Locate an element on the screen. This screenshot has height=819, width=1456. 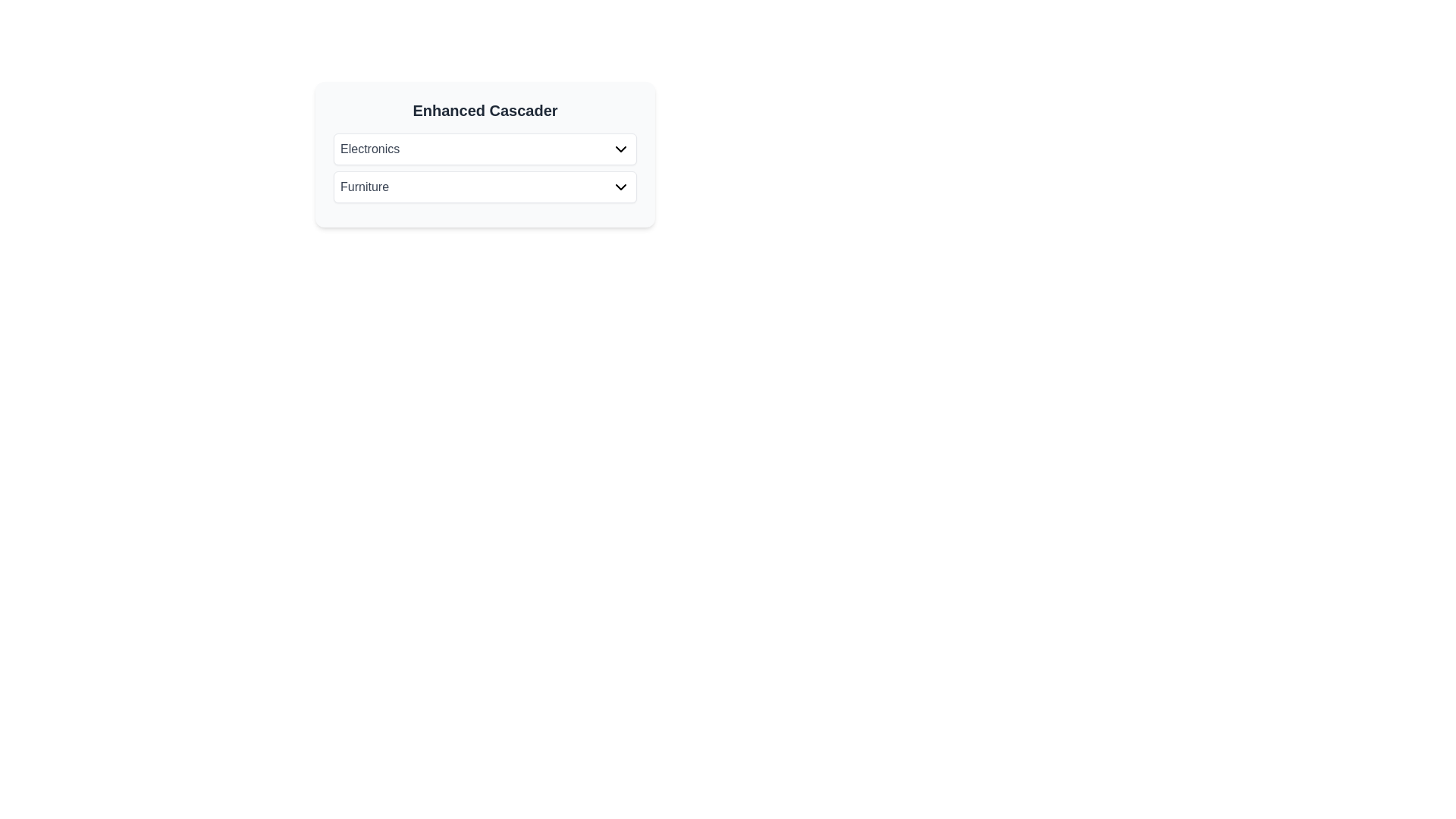
the static text label displaying 'Furniture' that is the second option in the dropdown menu, located to the left of the chevron icon is located at coordinates (364, 186).